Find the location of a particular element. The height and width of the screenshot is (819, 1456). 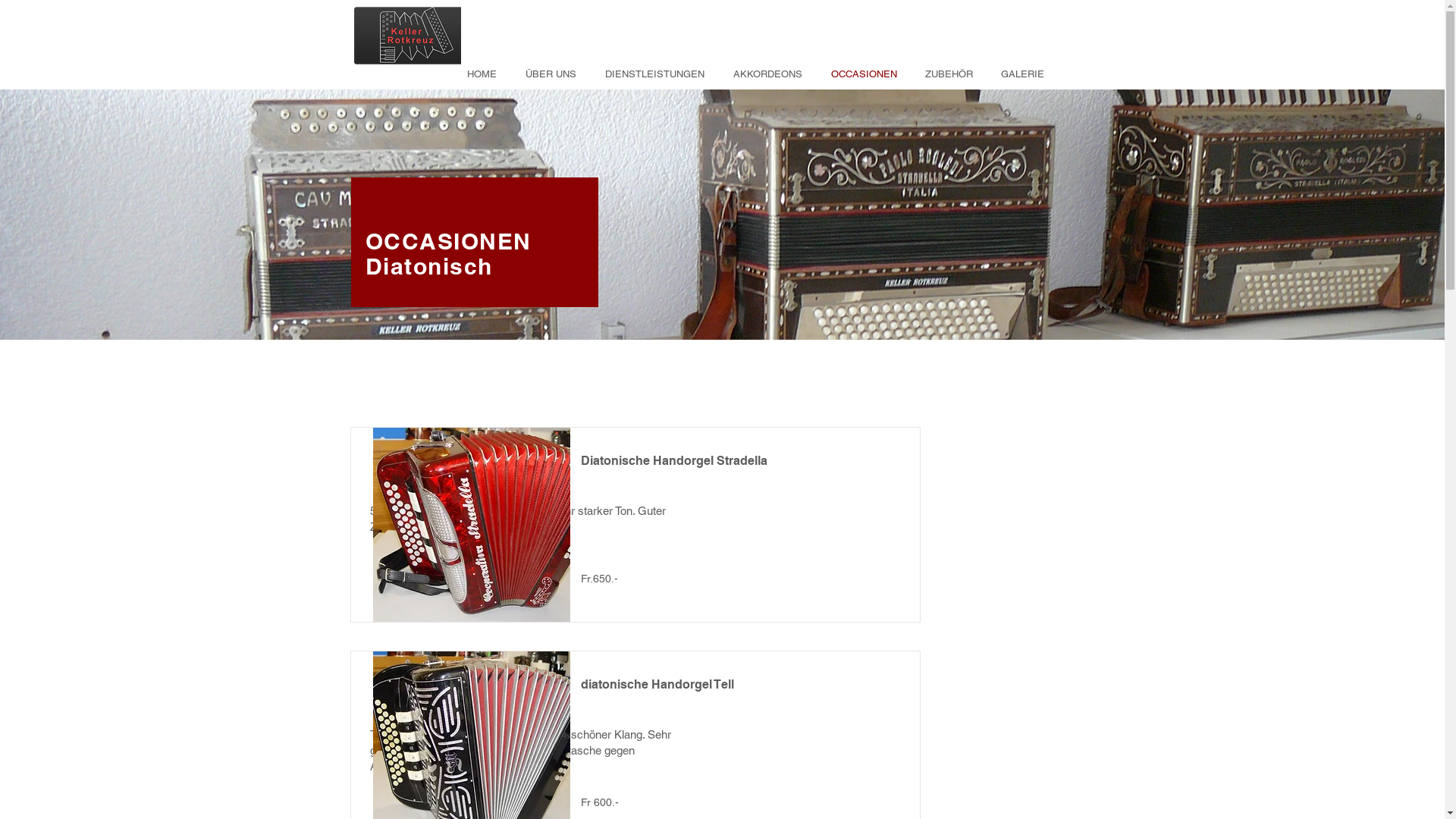

'GALERIE' is located at coordinates (1019, 74).